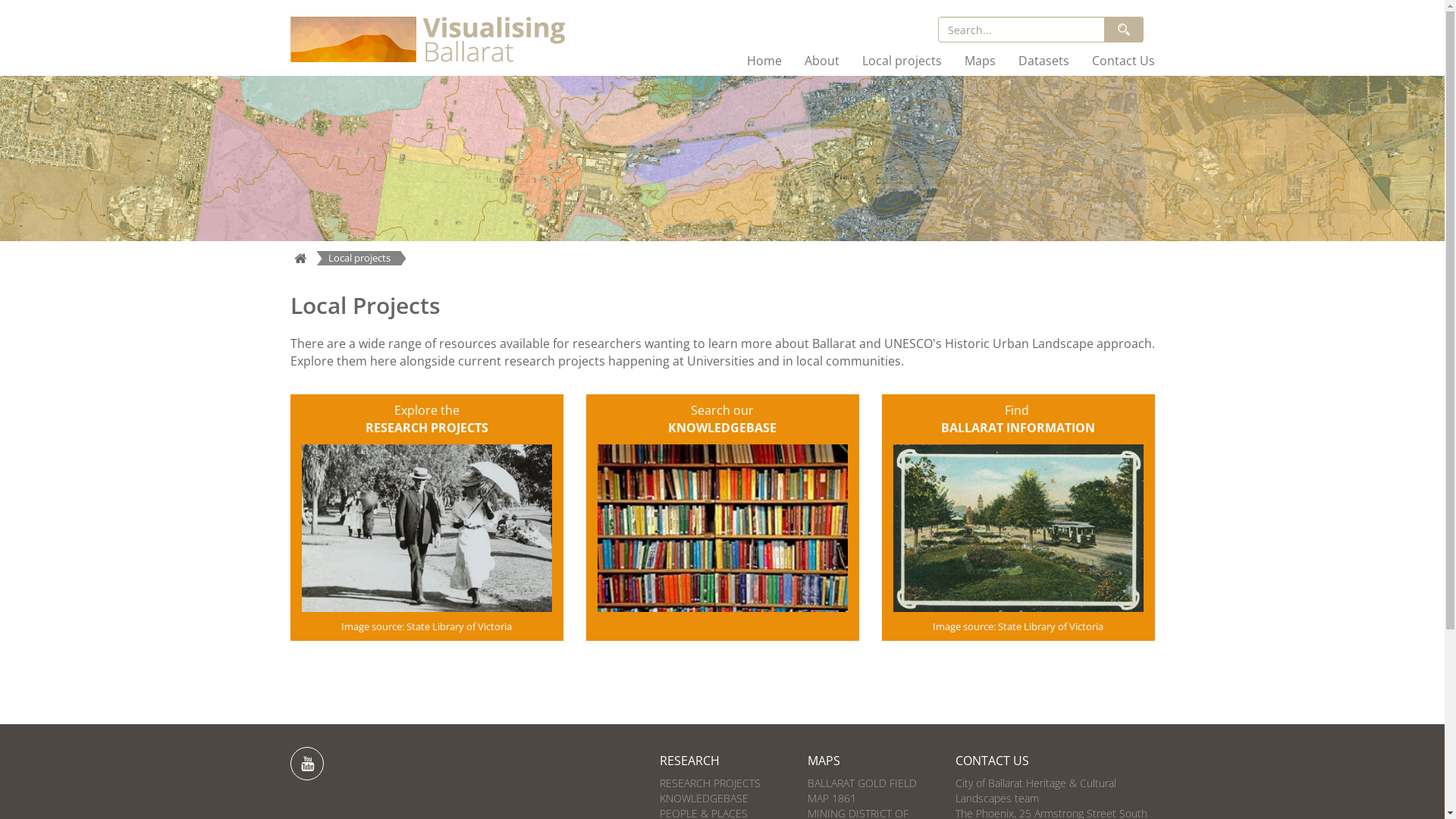 The width and height of the screenshot is (1456, 819). Describe the element at coordinates (1122, 60) in the screenshot. I see `'Contact Us'` at that location.